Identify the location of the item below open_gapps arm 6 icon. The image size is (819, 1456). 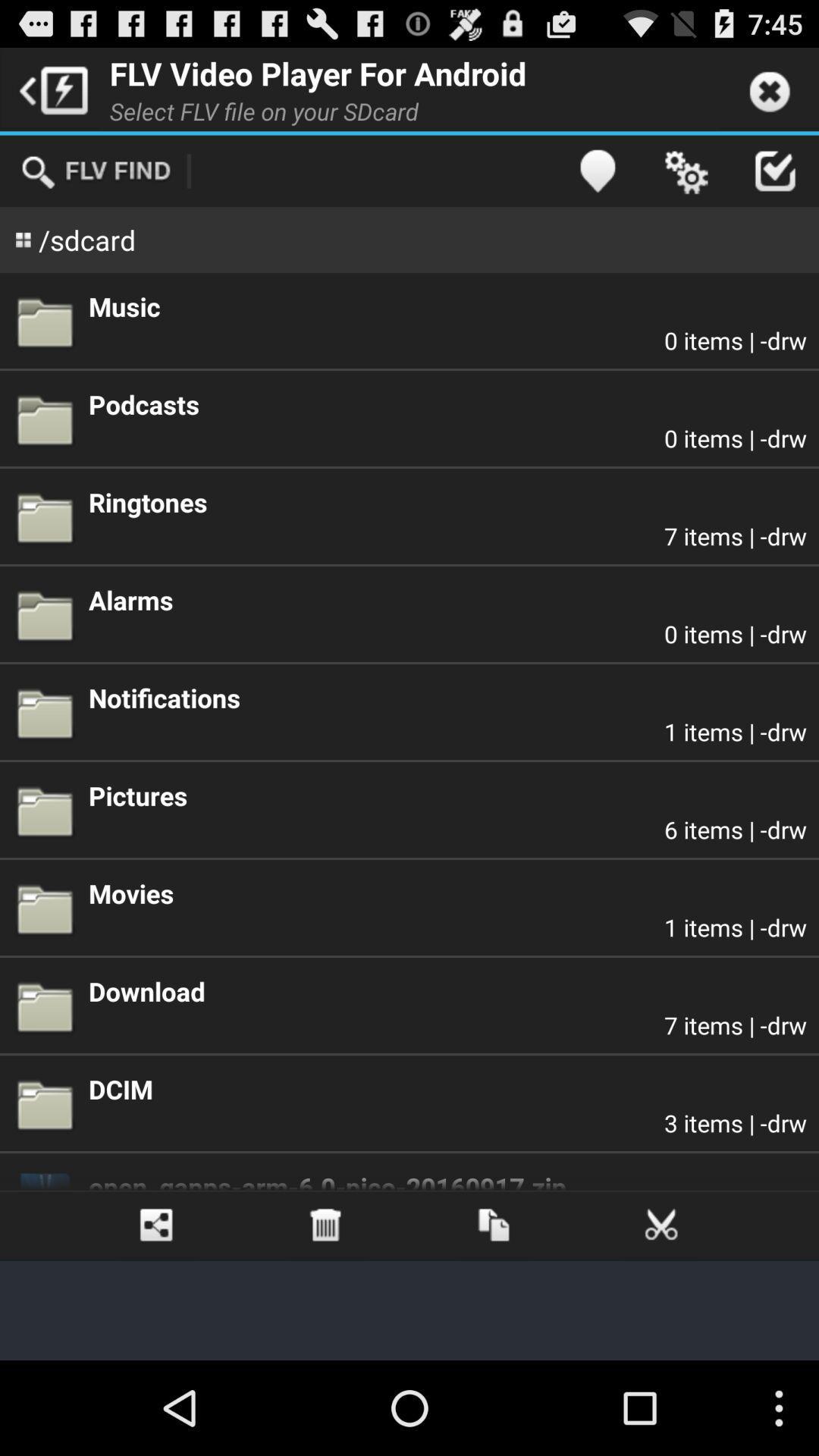
(157, 1225).